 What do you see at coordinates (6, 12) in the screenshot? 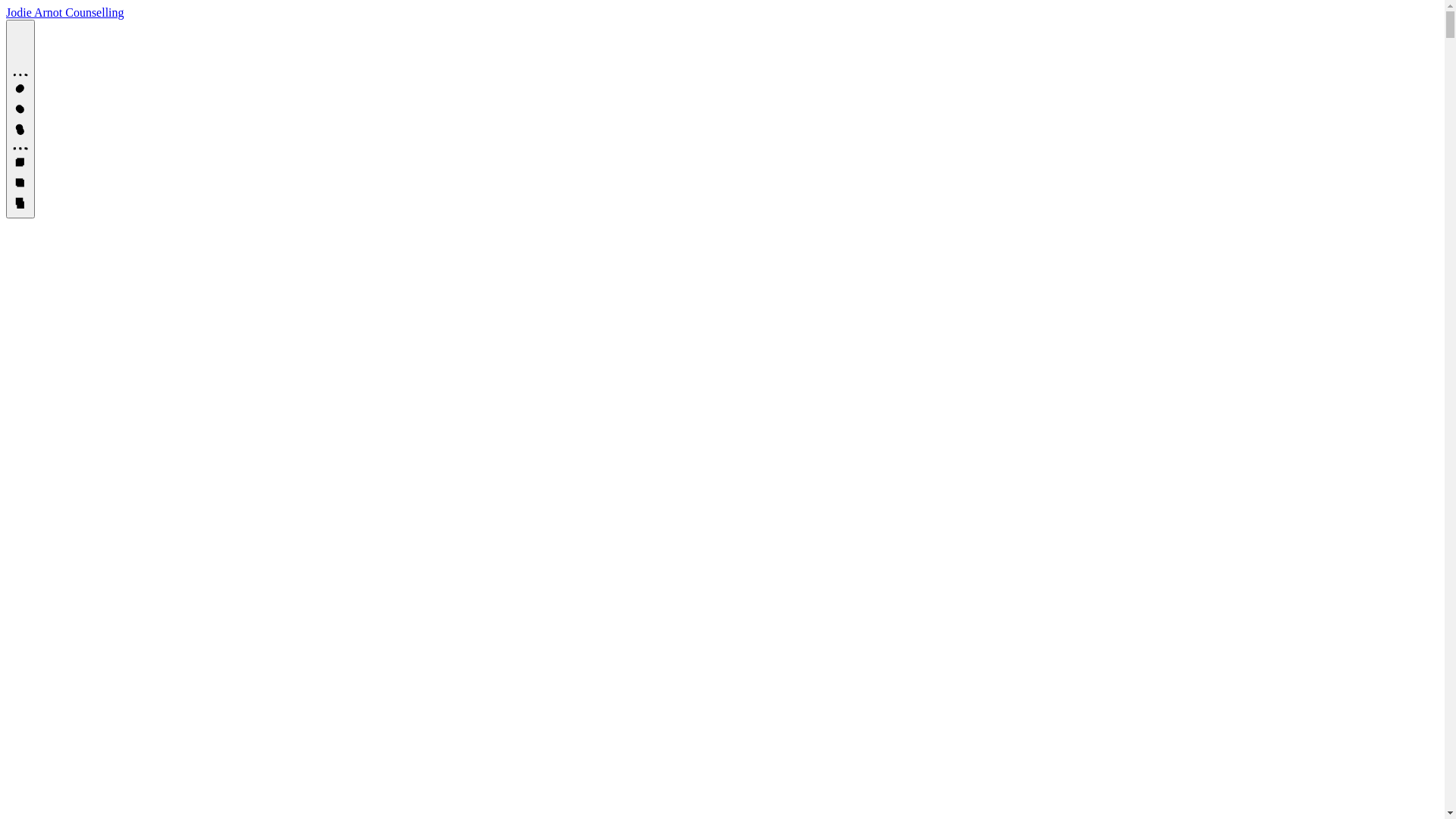
I see `'Jodie Arnot Counselling'` at bounding box center [6, 12].